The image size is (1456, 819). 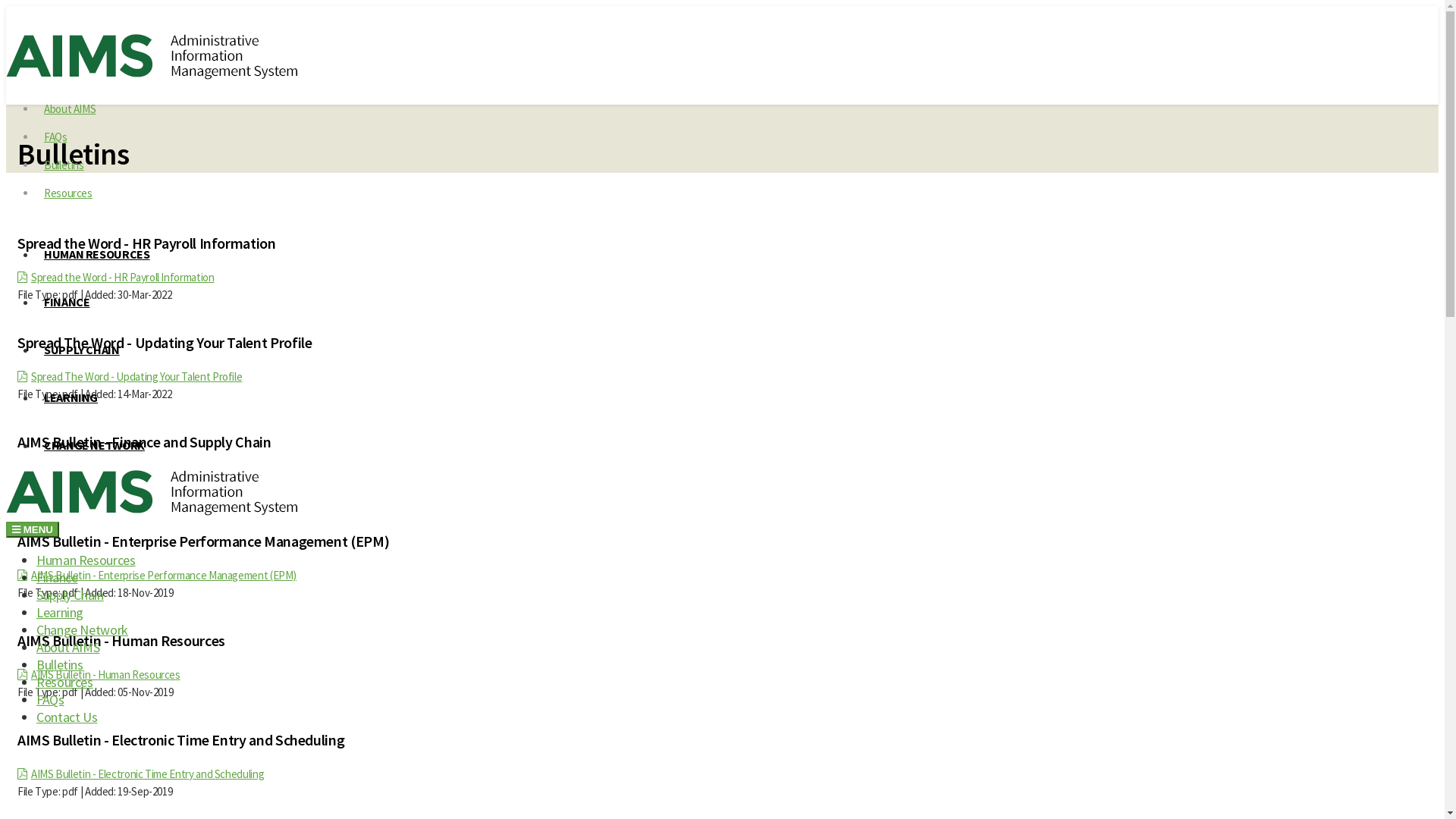 What do you see at coordinates (67, 192) in the screenshot?
I see `'Resources'` at bounding box center [67, 192].